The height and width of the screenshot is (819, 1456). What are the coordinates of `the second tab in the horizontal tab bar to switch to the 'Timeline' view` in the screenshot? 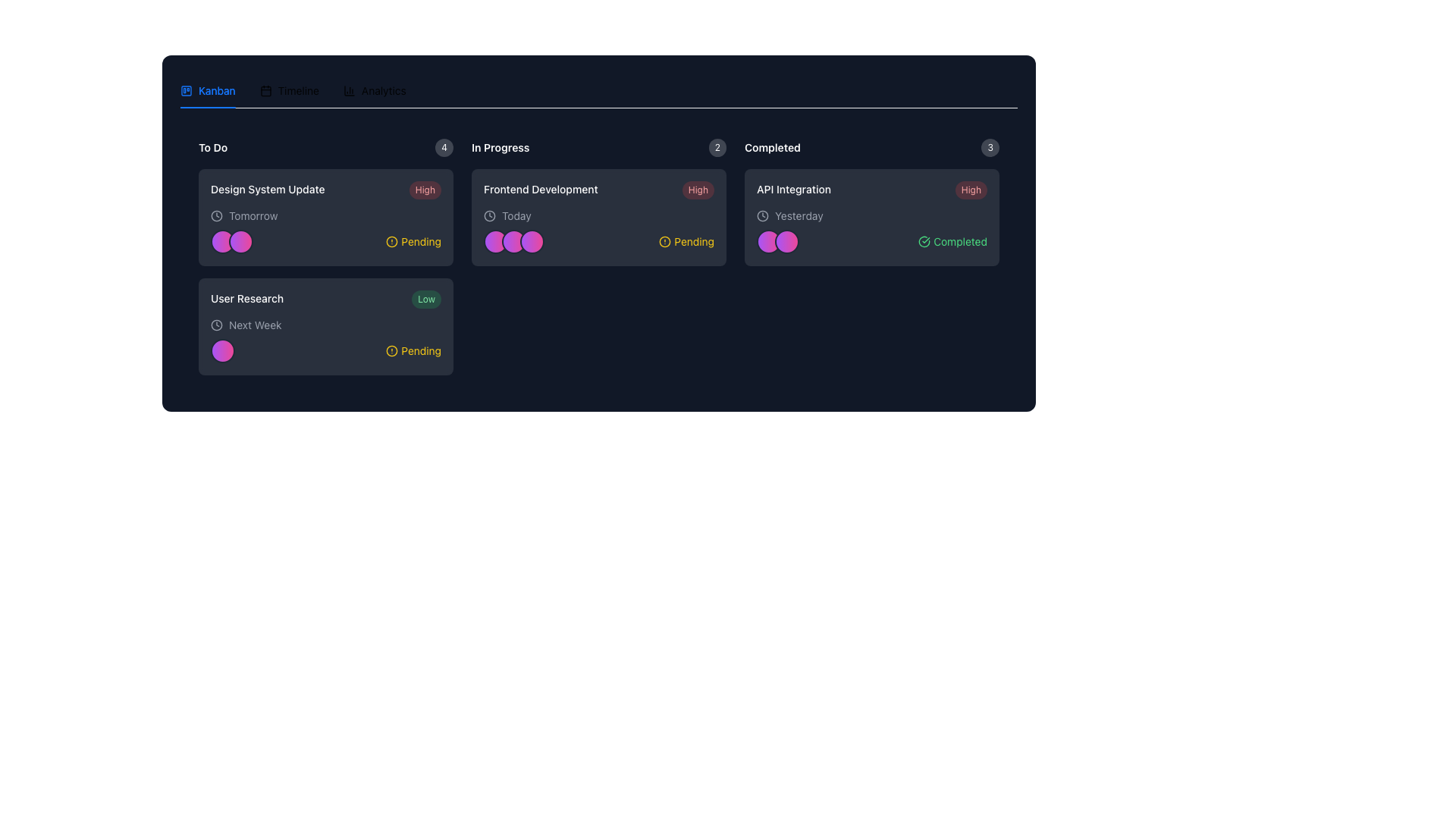 It's located at (289, 90).